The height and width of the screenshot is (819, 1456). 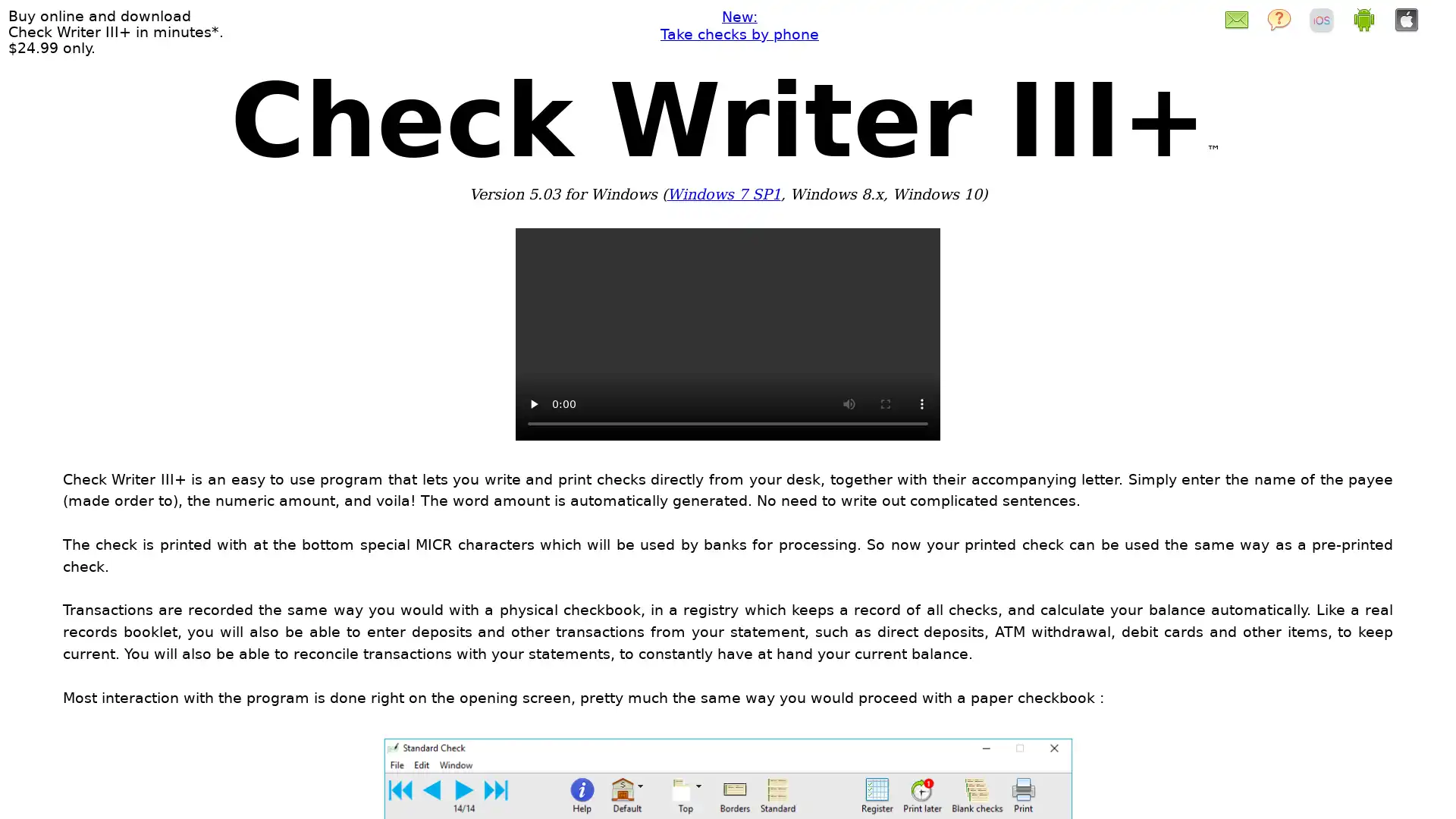 I want to click on play, so click(x=534, y=403).